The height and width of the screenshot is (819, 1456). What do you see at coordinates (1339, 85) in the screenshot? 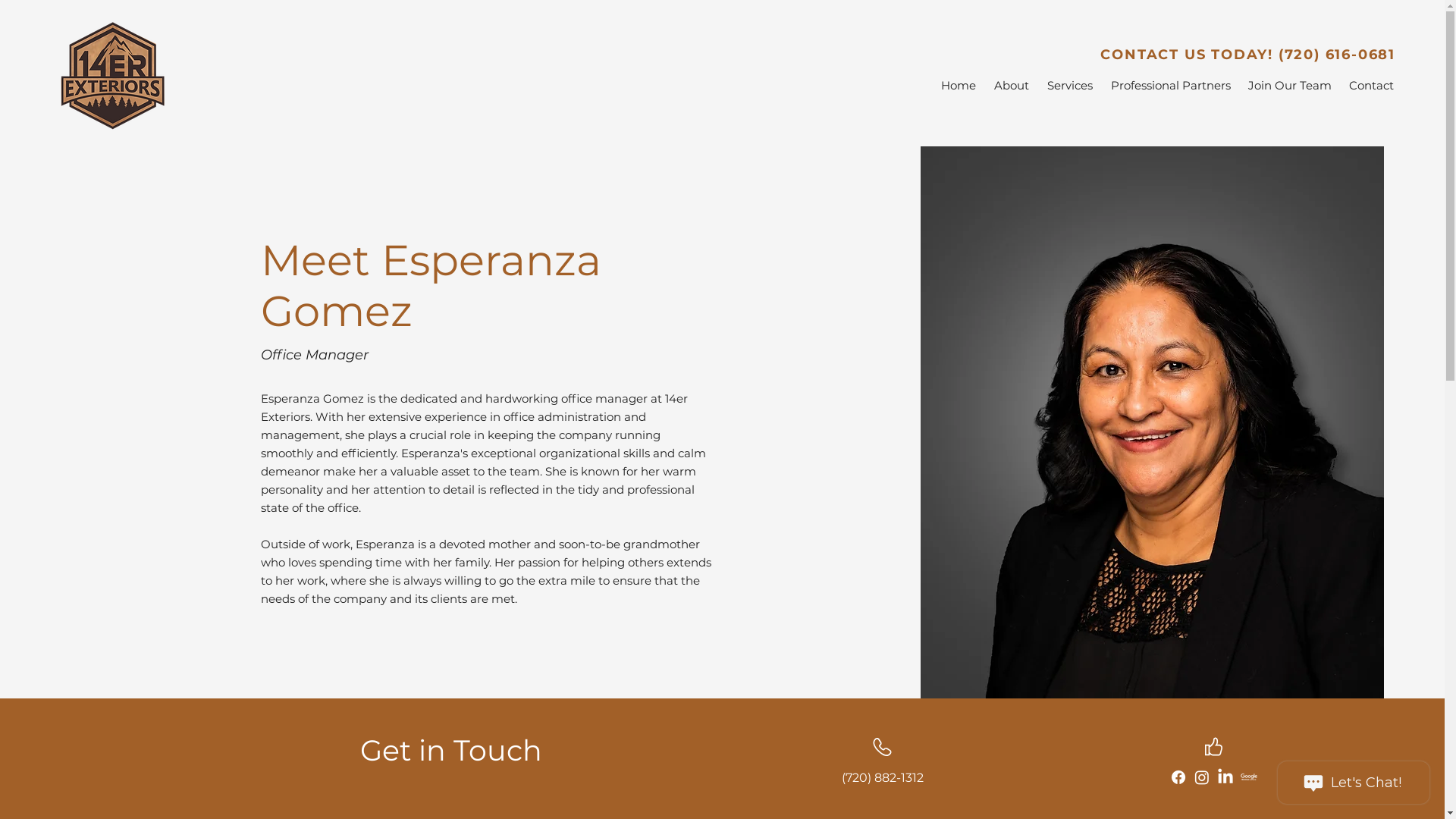
I see `'Contact'` at bounding box center [1339, 85].